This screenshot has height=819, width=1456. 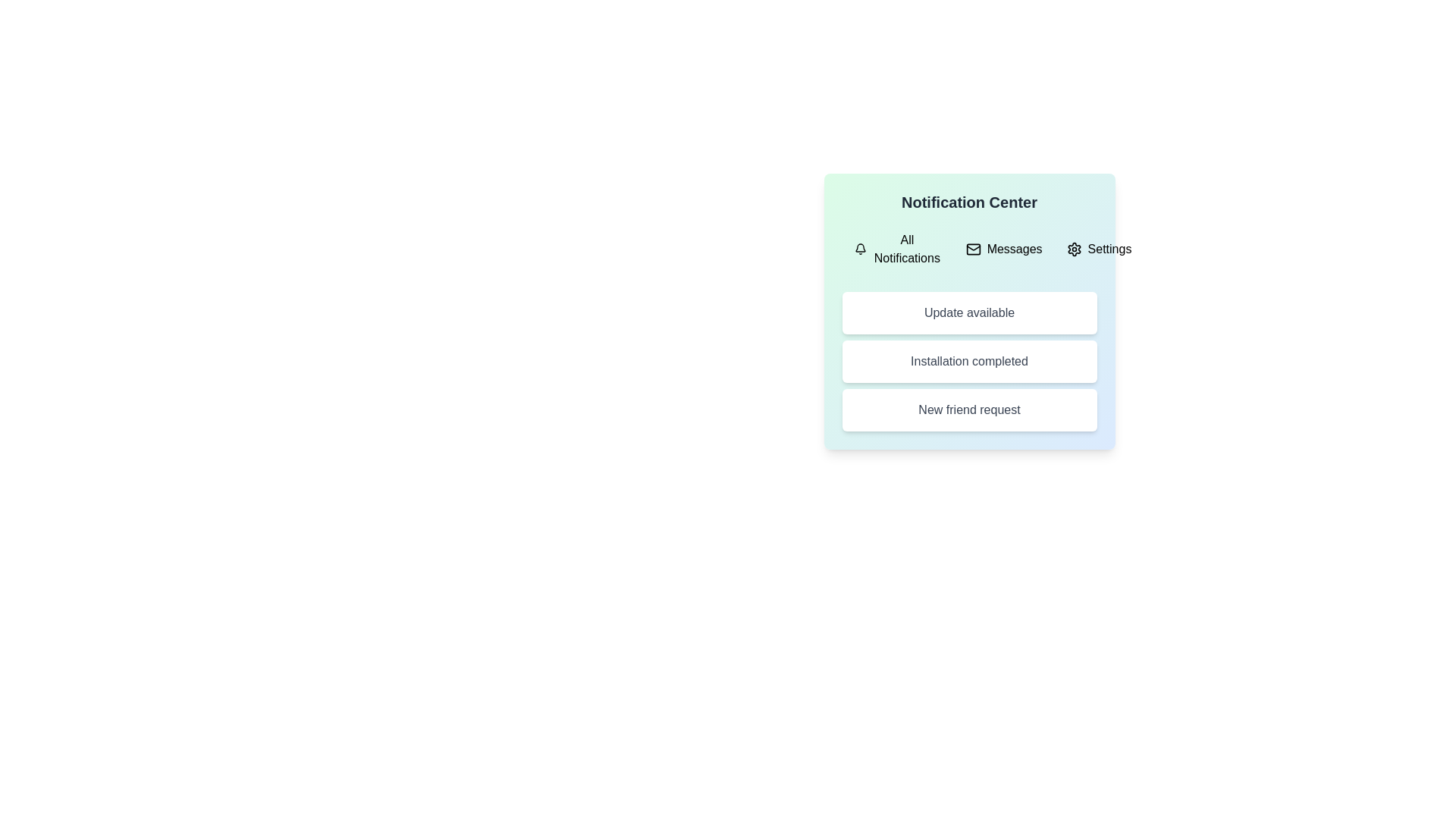 What do you see at coordinates (898, 248) in the screenshot?
I see `the All Notifications tab to view its notifications` at bounding box center [898, 248].